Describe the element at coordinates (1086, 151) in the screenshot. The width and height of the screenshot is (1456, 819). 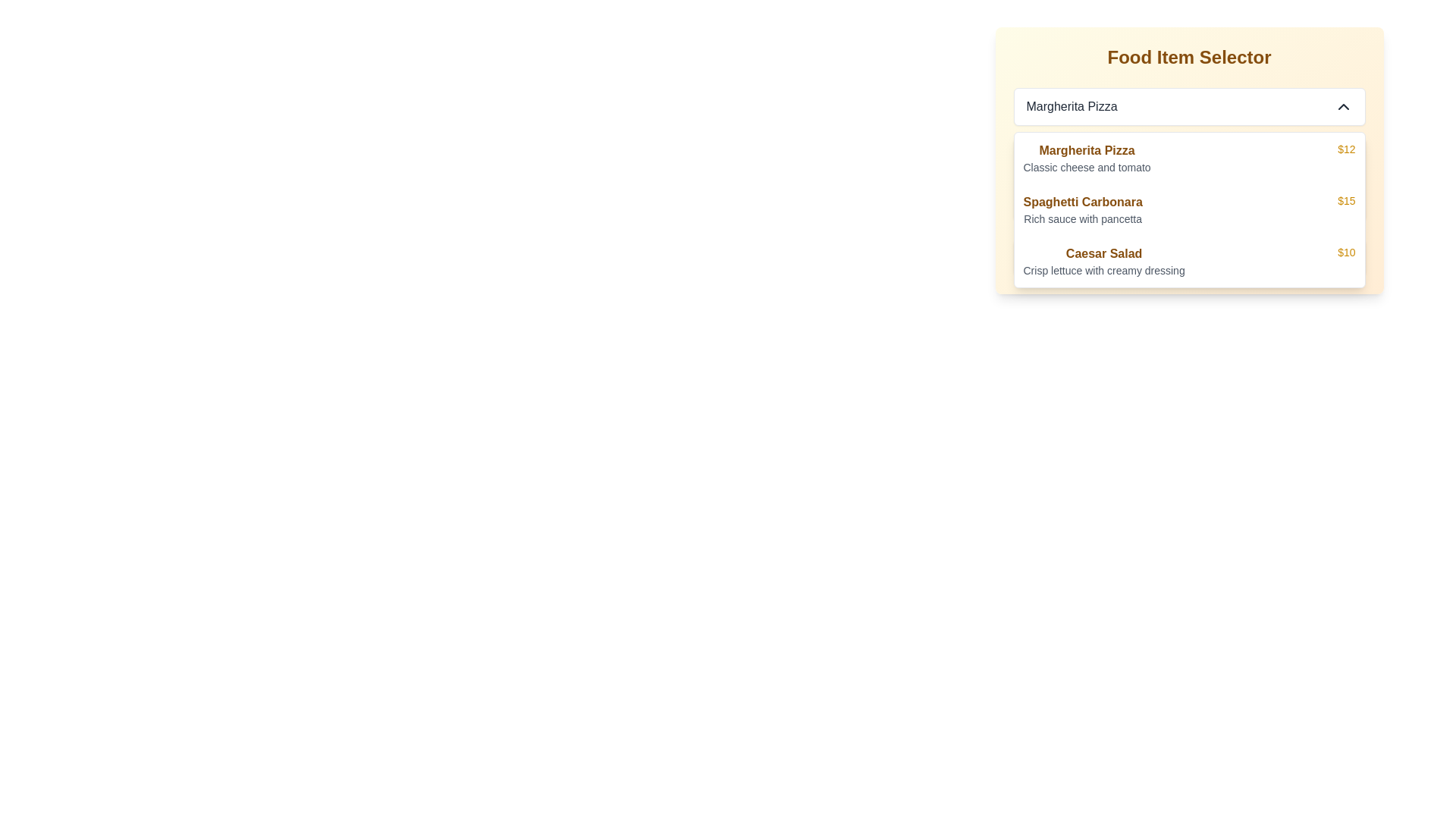
I see `the title header of the first food item in the 'Food Item Selector' dropdown menu` at that location.